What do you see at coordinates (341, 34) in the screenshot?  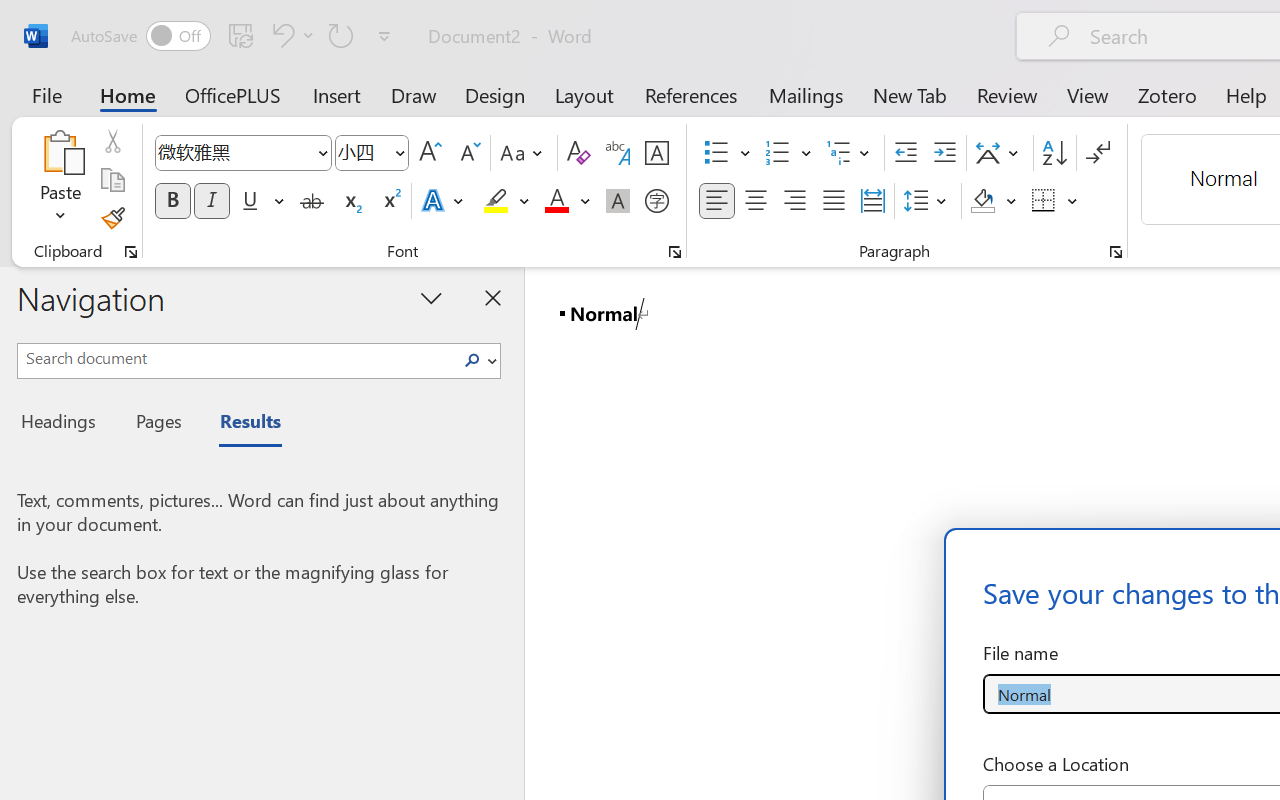 I see `'Repeat Style'` at bounding box center [341, 34].